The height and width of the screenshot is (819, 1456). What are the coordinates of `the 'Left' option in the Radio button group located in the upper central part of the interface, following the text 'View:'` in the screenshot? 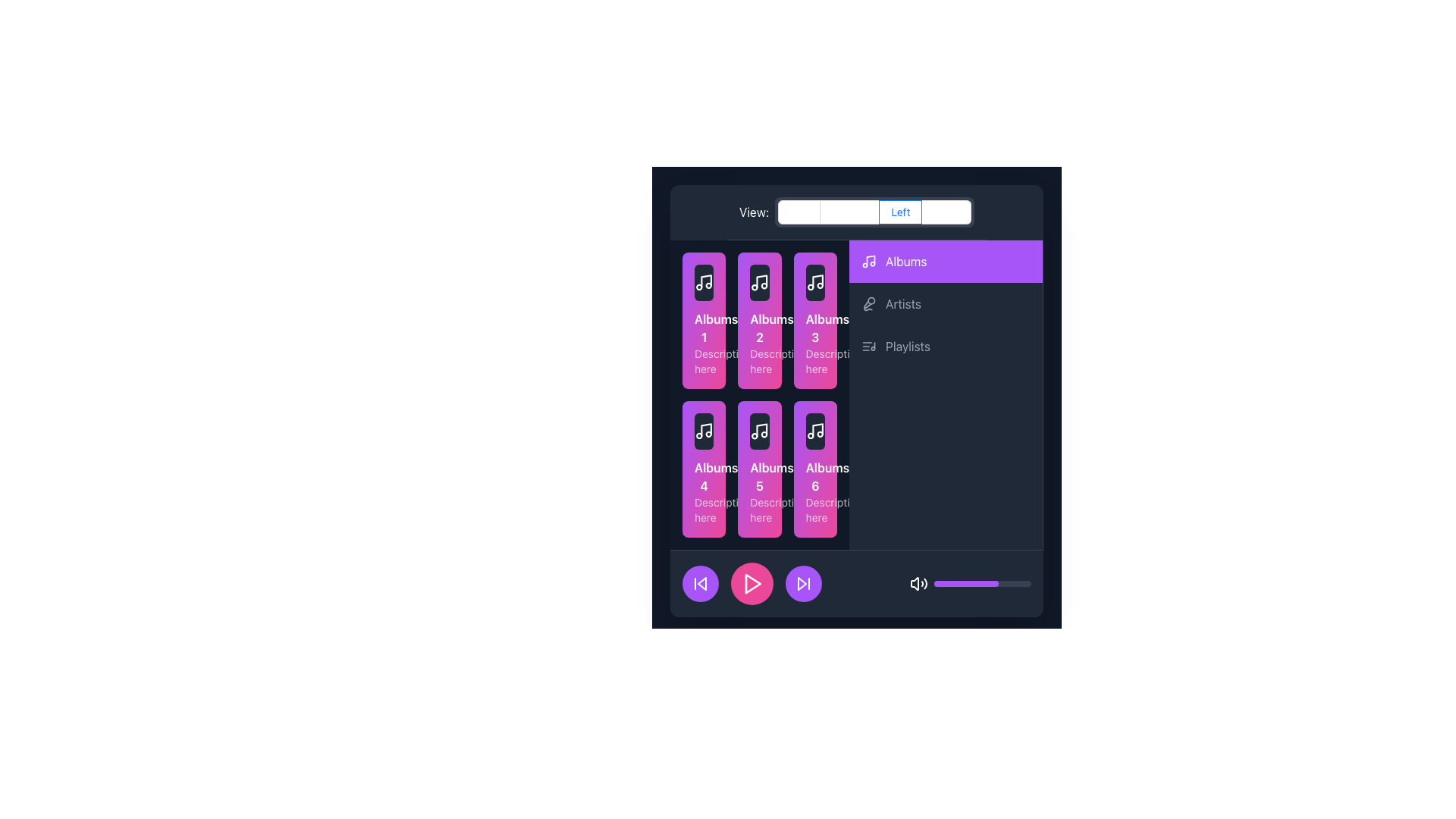 It's located at (874, 212).